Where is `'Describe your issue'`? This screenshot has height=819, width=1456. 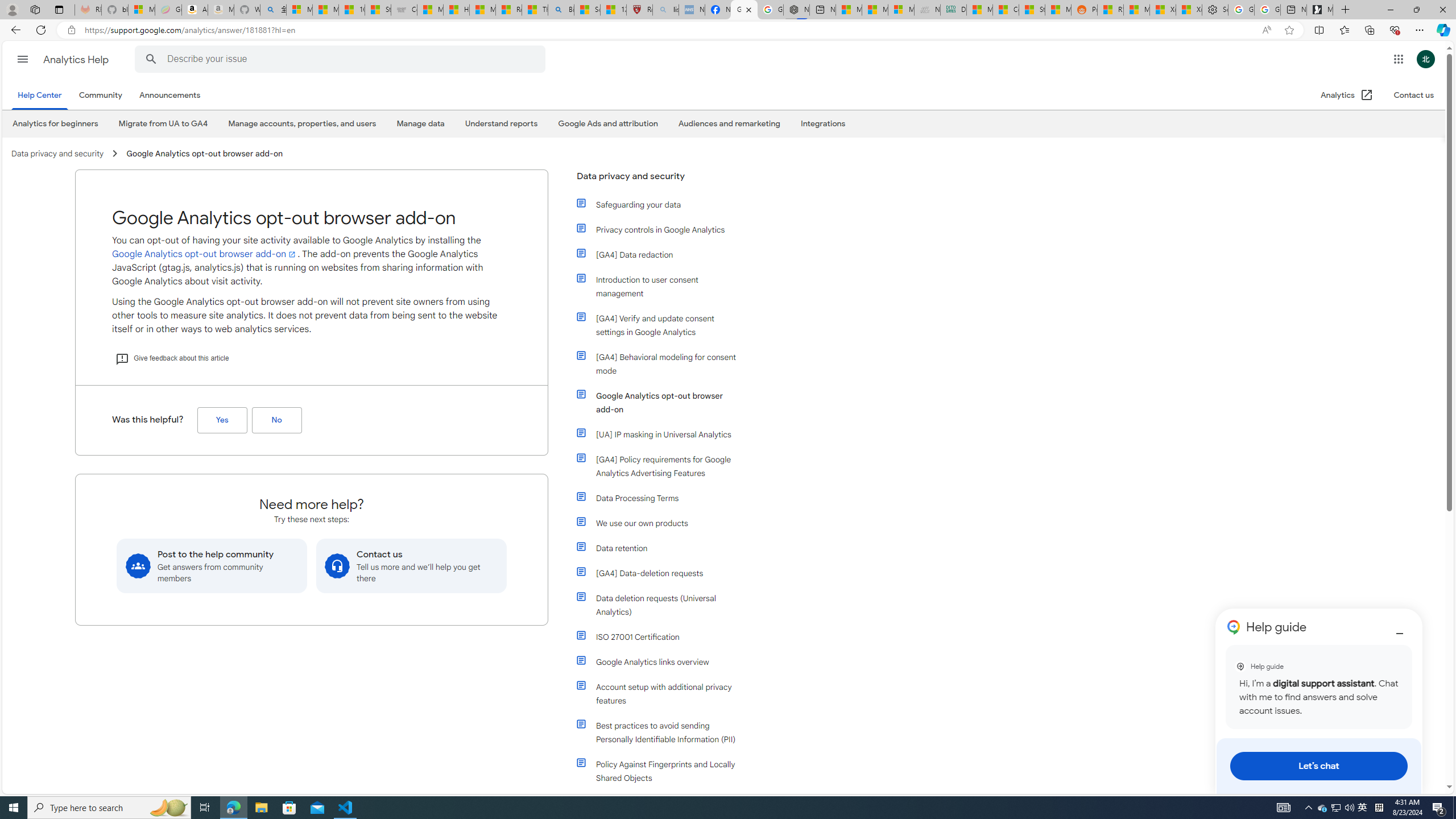
'Describe your issue' is located at coordinates (341, 59).